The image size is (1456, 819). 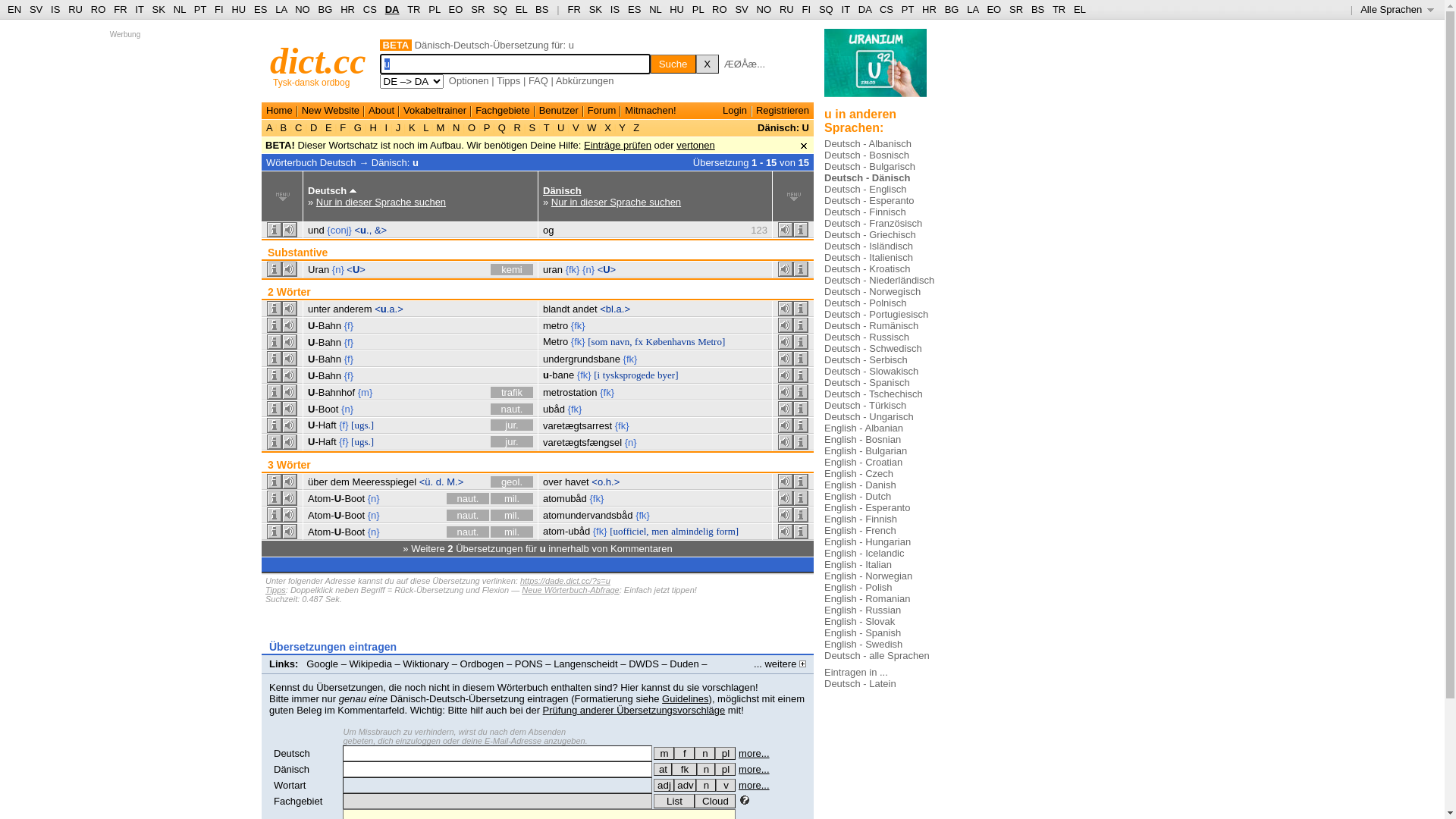 I want to click on 'HU', so click(x=676, y=9).